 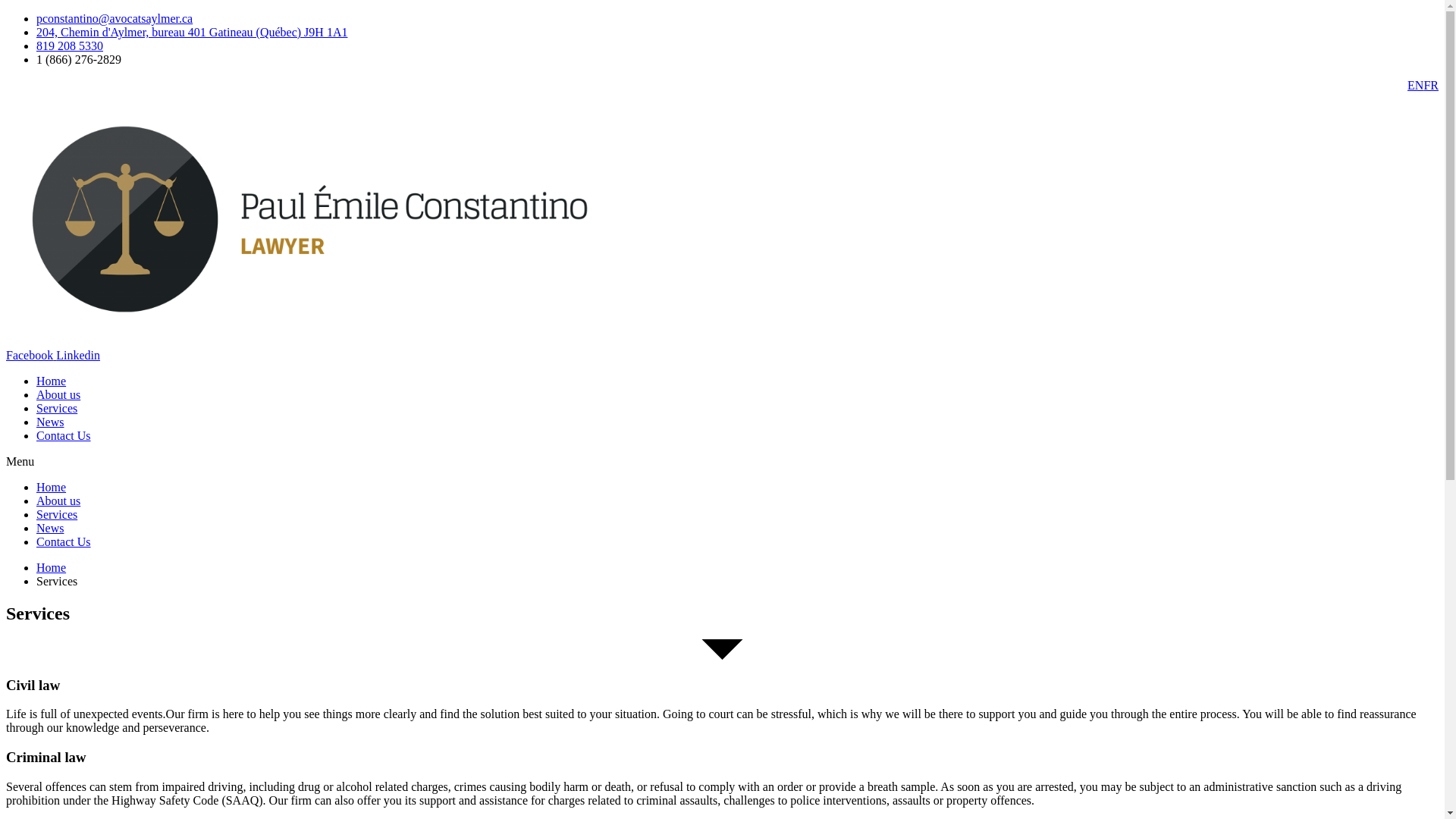 What do you see at coordinates (51, 567) in the screenshot?
I see `'Home'` at bounding box center [51, 567].